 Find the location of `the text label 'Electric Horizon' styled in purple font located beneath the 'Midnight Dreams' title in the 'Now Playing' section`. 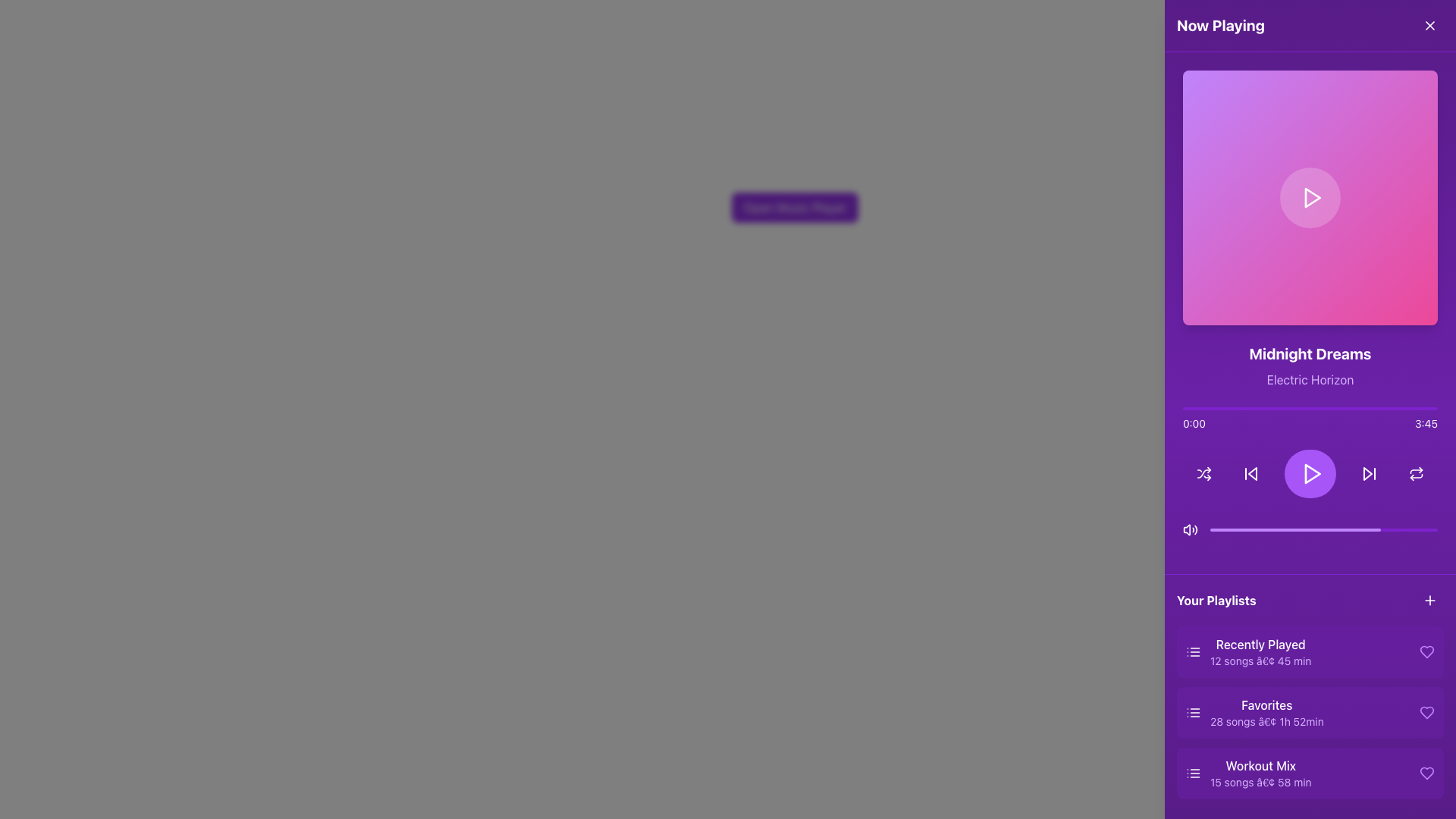

the text label 'Electric Horizon' styled in purple font located beneath the 'Midnight Dreams' title in the 'Now Playing' section is located at coordinates (1310, 379).